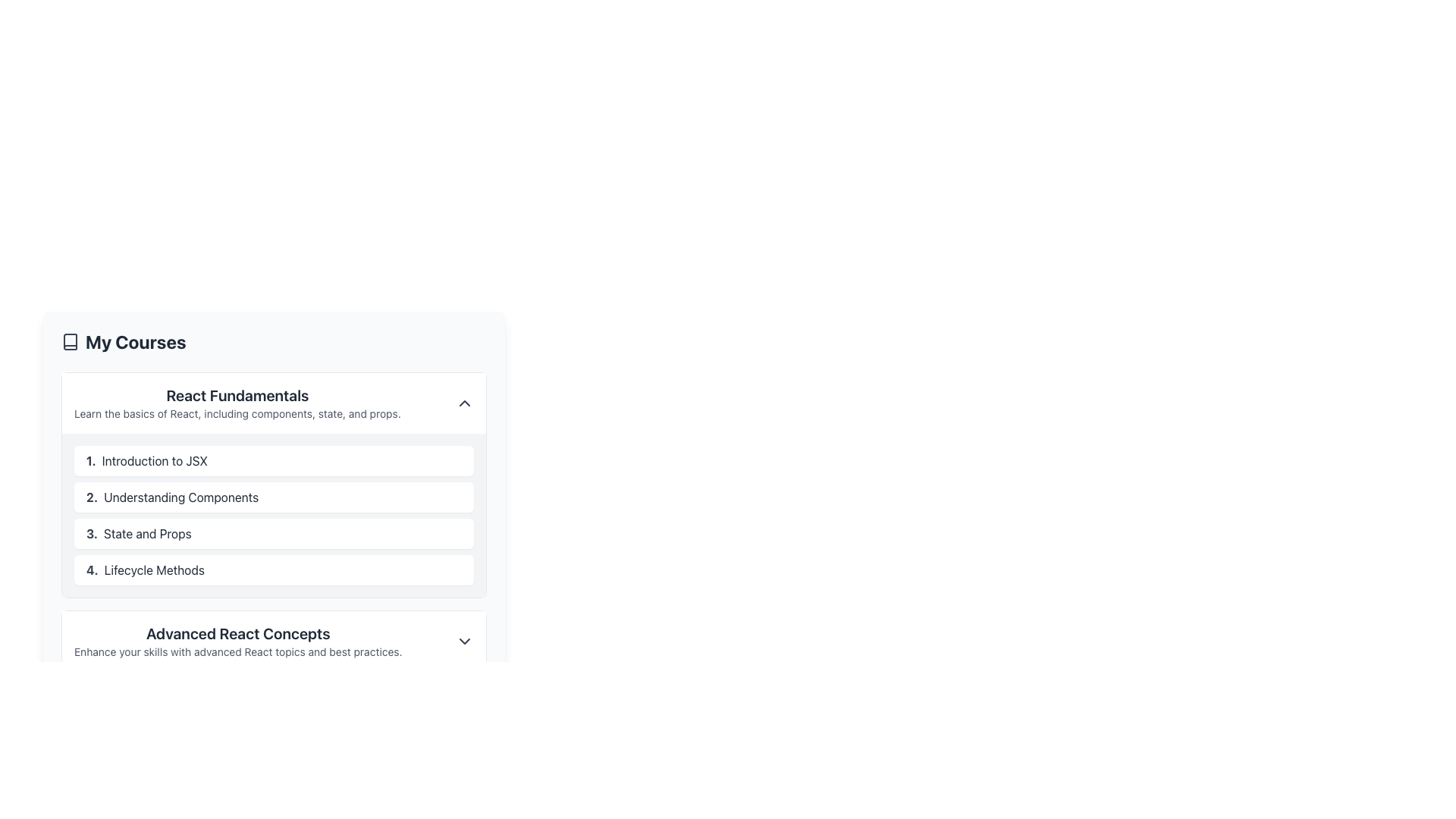 The height and width of the screenshot is (819, 1456). What do you see at coordinates (274, 641) in the screenshot?
I see `the 'Advanced React Concepts' expandable list item at the bottom of the 'My Courses' panel` at bounding box center [274, 641].